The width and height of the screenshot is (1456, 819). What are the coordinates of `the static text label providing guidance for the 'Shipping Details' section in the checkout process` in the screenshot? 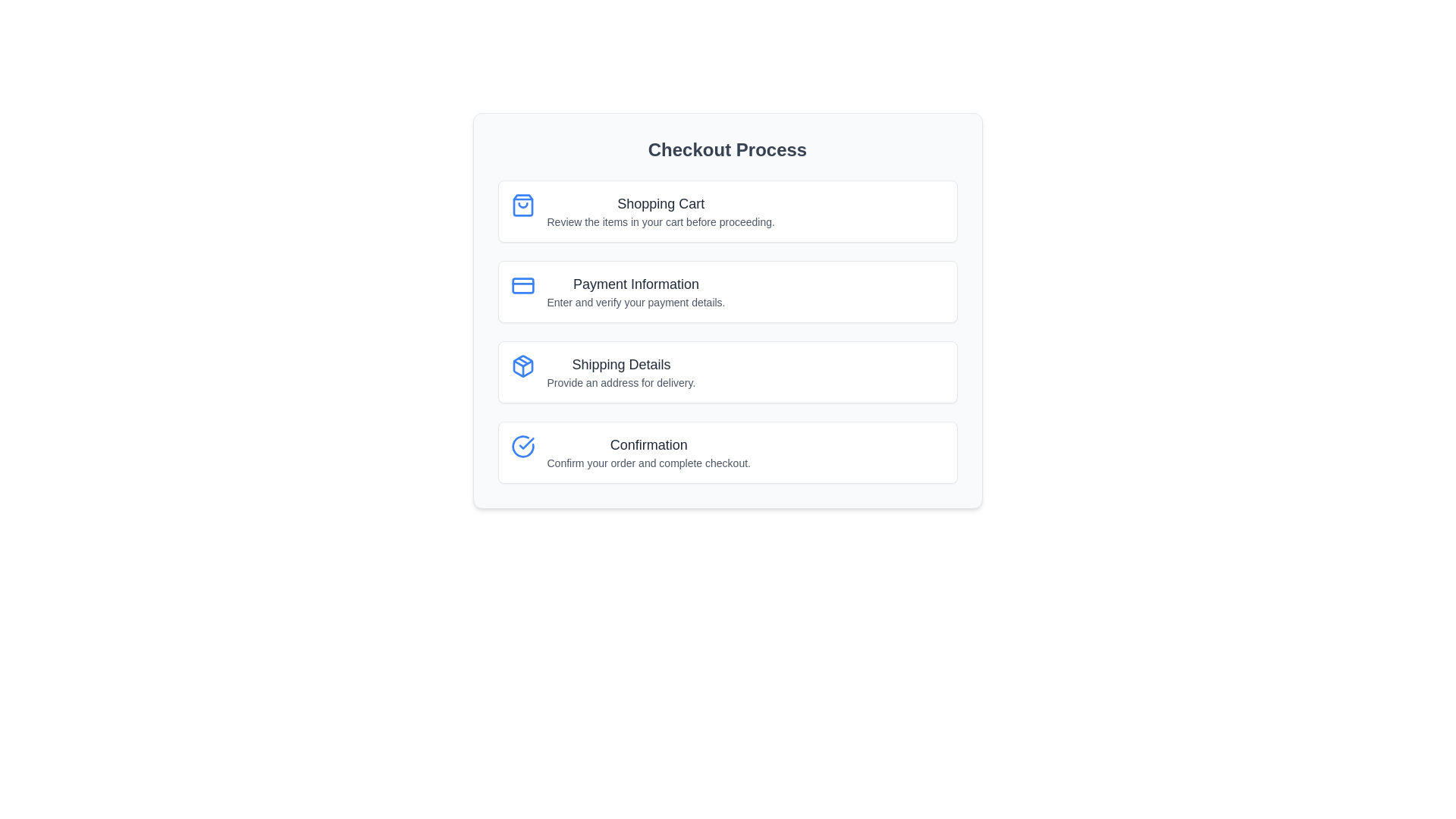 It's located at (621, 382).